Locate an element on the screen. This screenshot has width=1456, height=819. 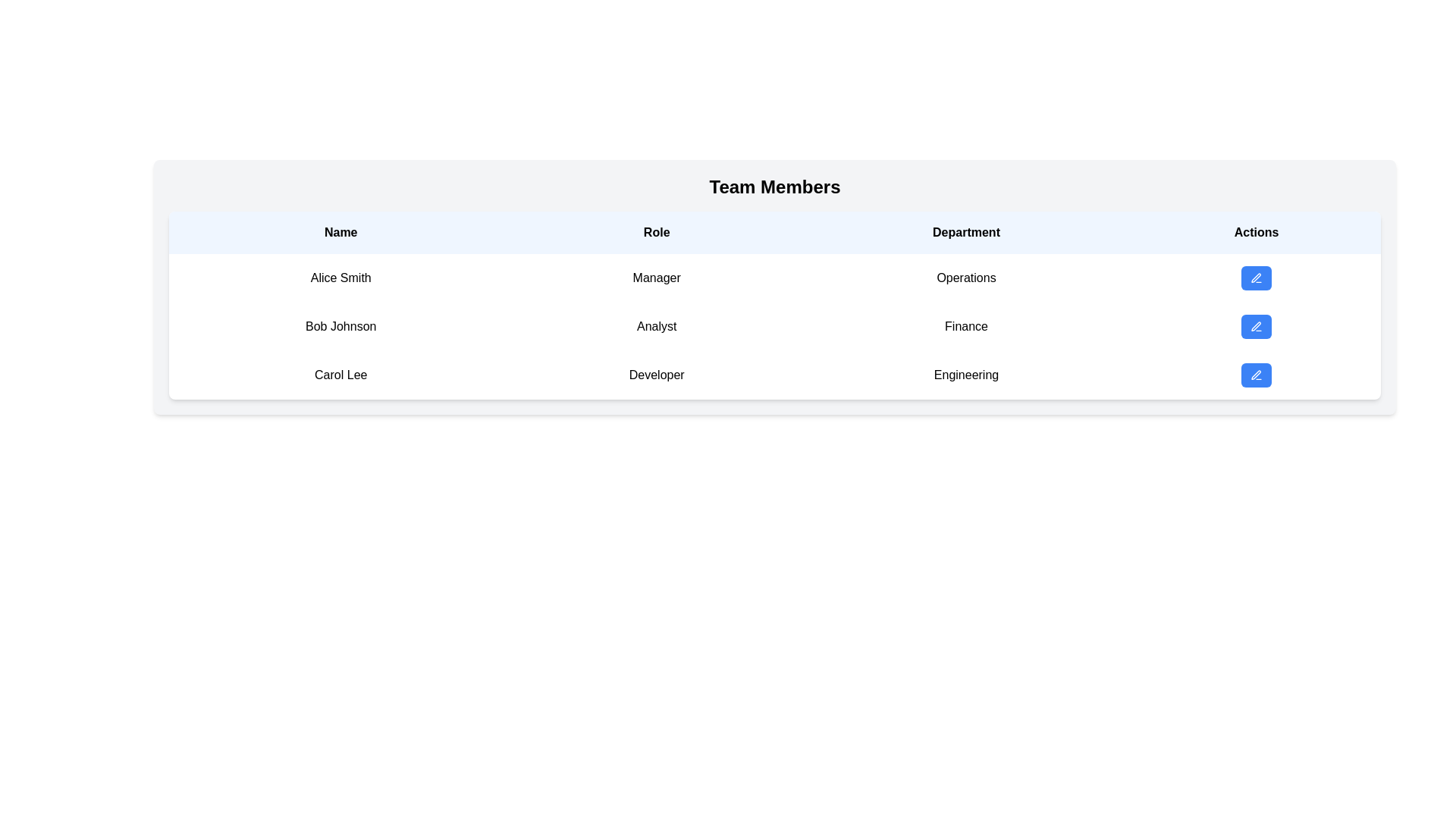
the text 'Finance' in the 'Department' column of the 'Team Members' table, specifically for the row corresponding to 'Bob Johnson' and 'Analyst' is located at coordinates (965, 326).